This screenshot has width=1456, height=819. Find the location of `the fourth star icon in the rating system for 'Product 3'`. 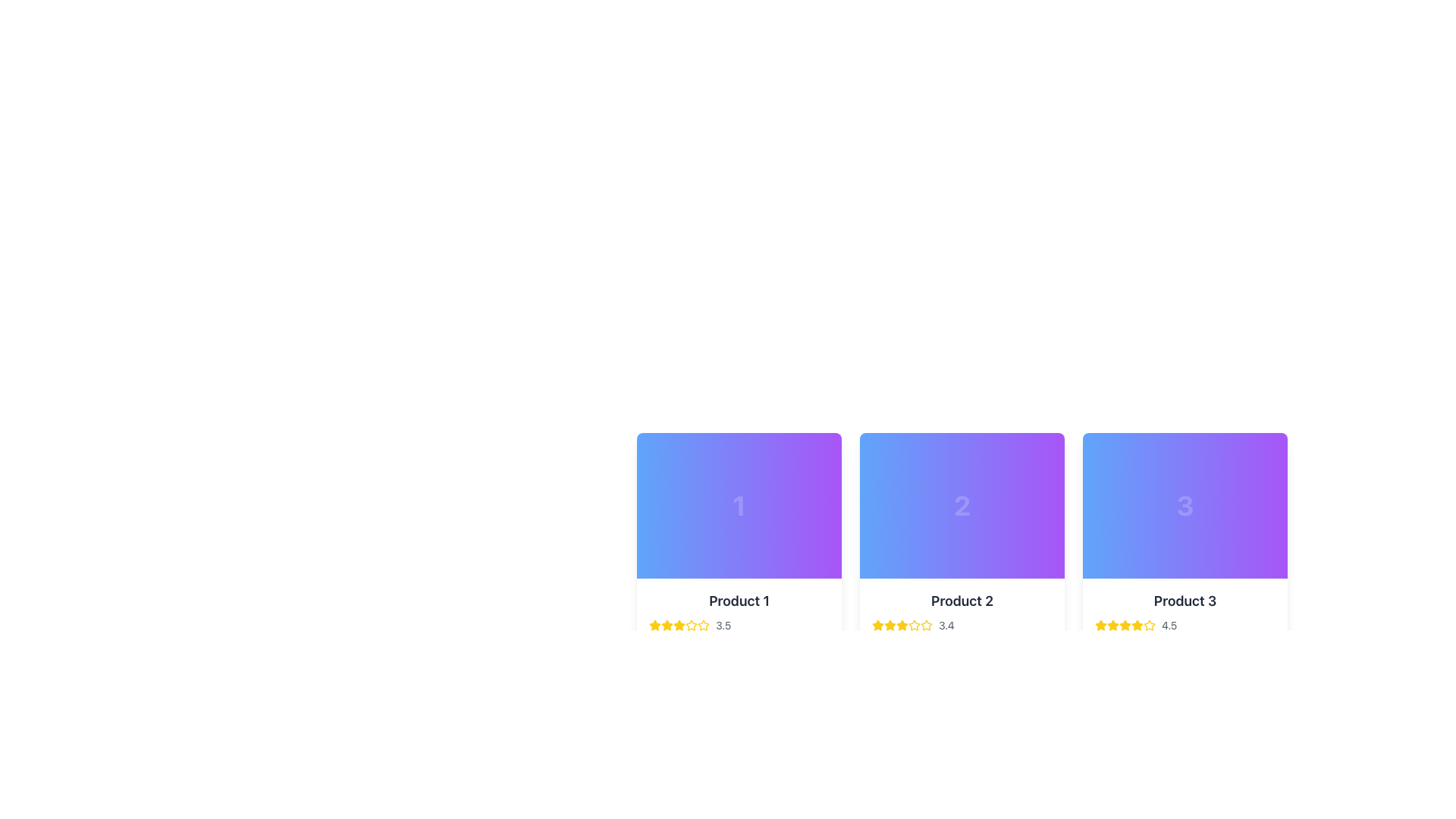

the fourth star icon in the rating system for 'Product 3' is located at coordinates (1137, 625).